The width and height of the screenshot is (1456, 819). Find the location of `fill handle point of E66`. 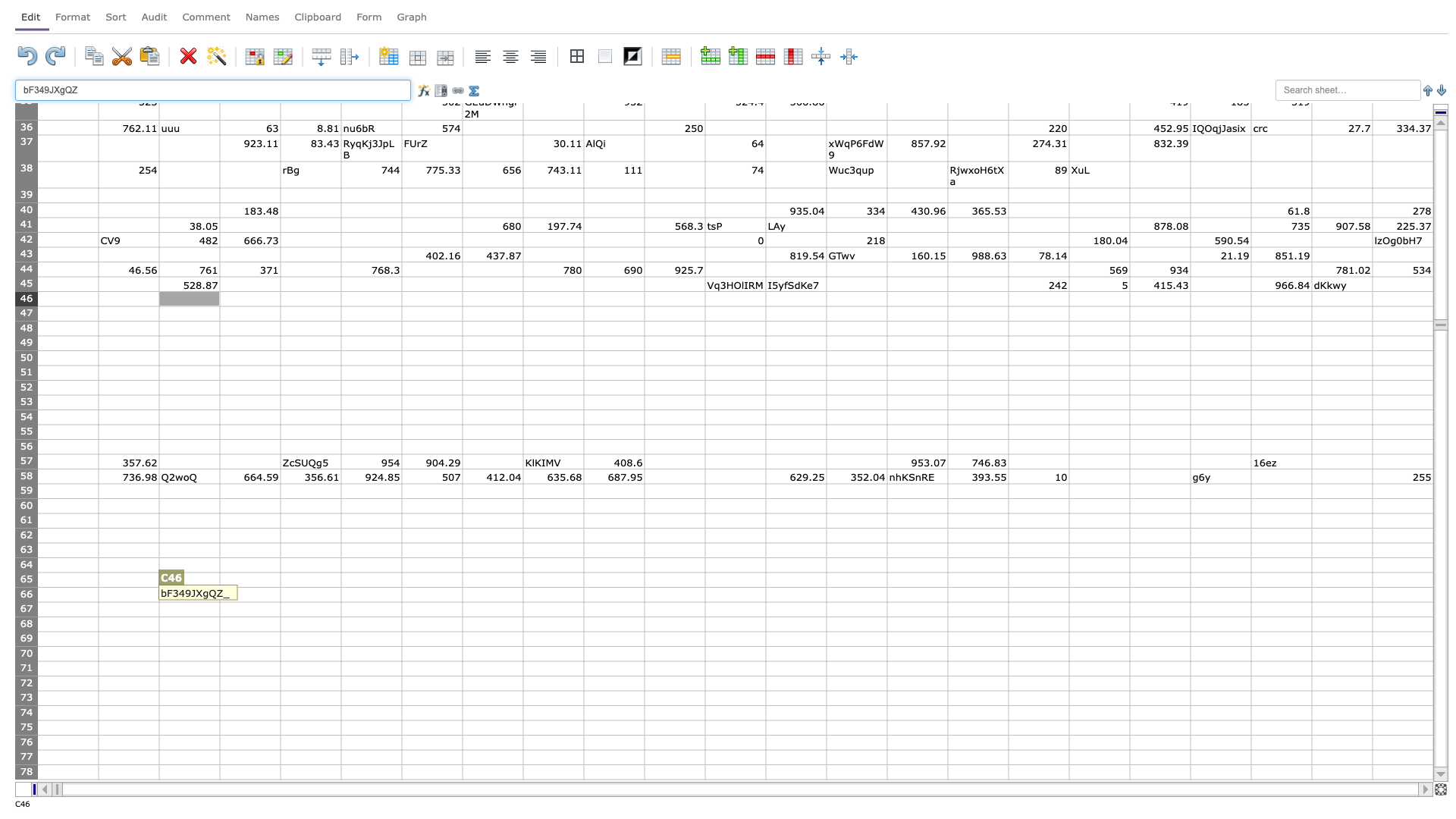

fill handle point of E66 is located at coordinates (340, 601).